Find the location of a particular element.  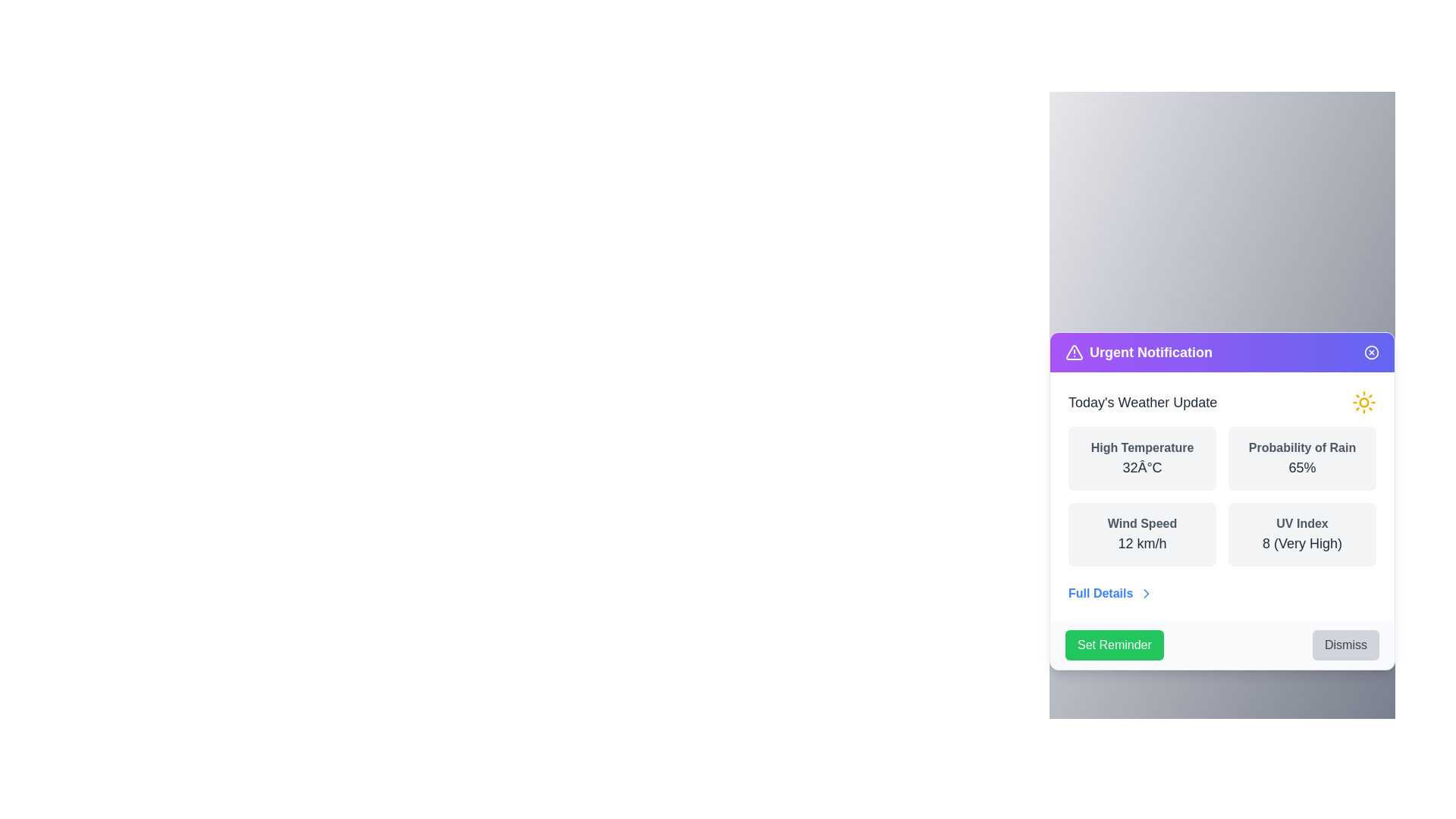

the 'Set Reminder' button, which is a rectangular button with a green background and white text, located at the bottom of the notification panel to the left of the 'Dismiss' button is located at coordinates (1114, 645).